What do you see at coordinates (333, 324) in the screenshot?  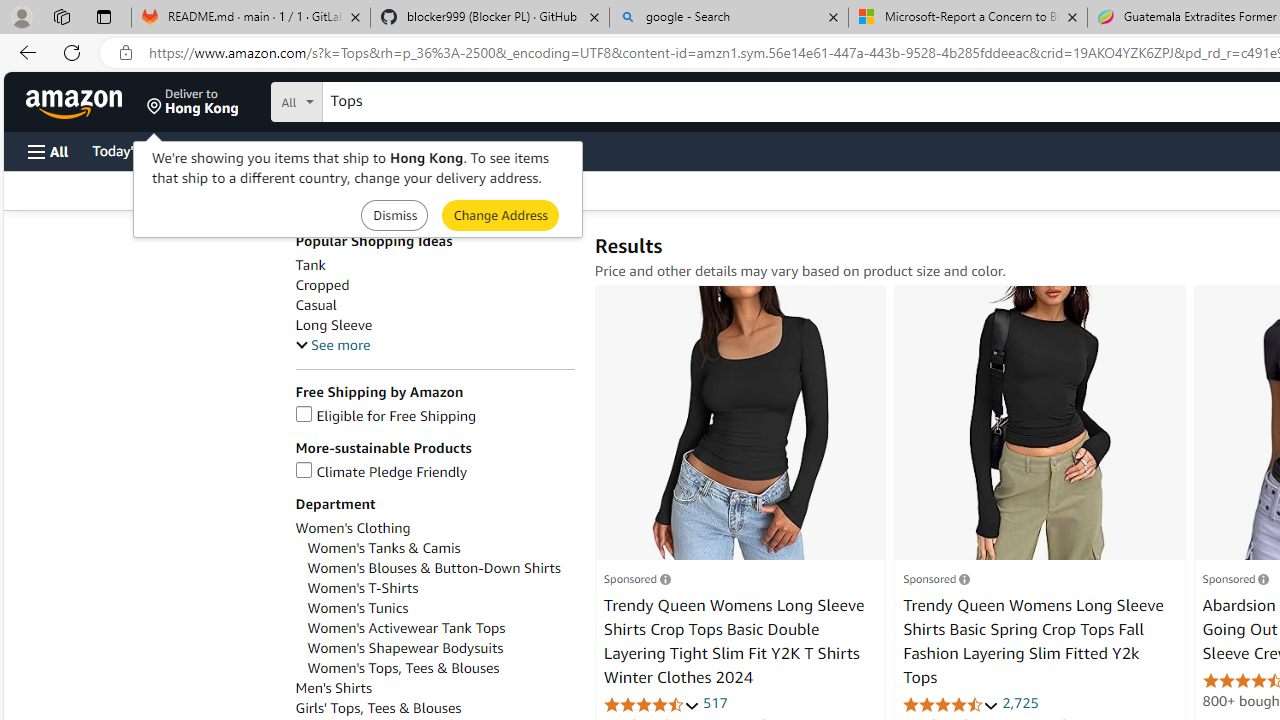 I see `'Long Sleeve'` at bounding box center [333, 324].